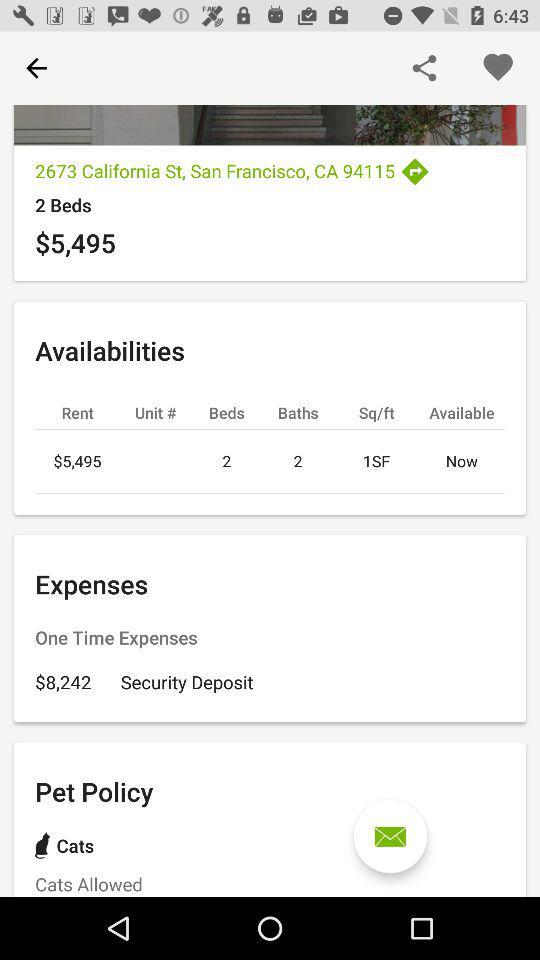  What do you see at coordinates (423, 68) in the screenshot?
I see `share on social media` at bounding box center [423, 68].